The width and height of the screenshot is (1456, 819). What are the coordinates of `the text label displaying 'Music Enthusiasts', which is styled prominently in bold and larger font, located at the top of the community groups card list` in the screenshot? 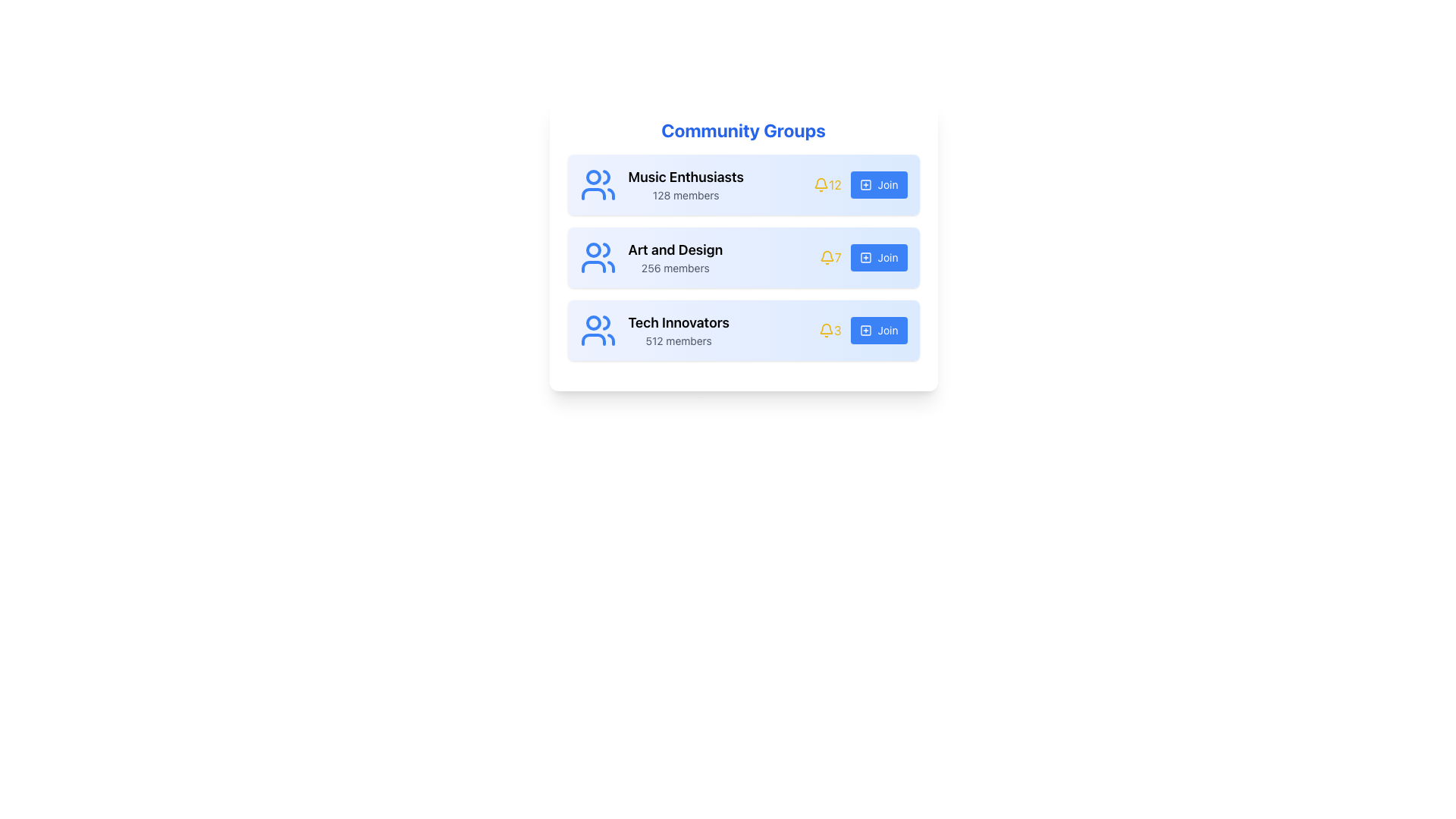 It's located at (685, 177).